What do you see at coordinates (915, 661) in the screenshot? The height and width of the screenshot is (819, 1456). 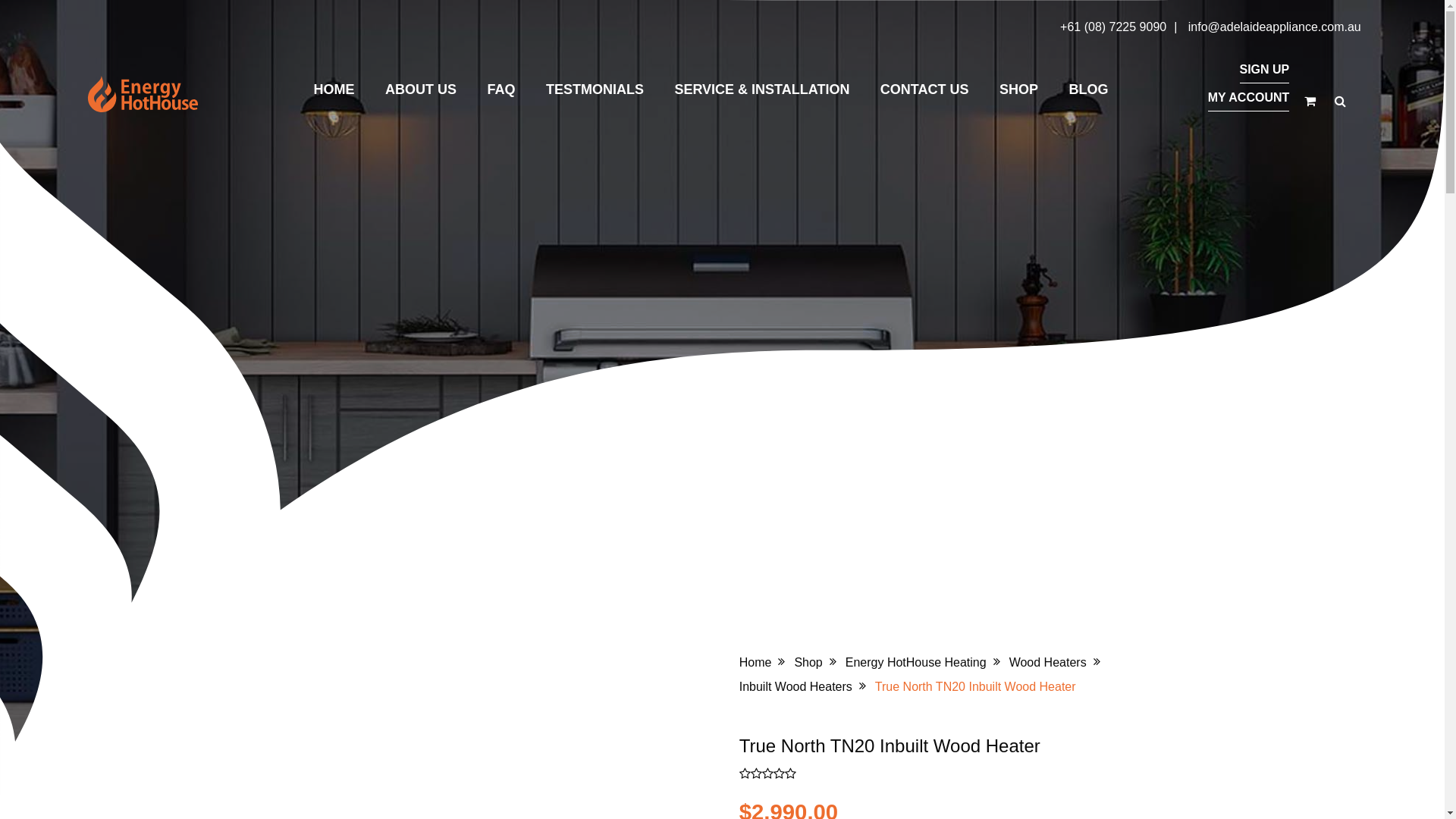 I see `'Energy HotHouse Heating'` at bounding box center [915, 661].